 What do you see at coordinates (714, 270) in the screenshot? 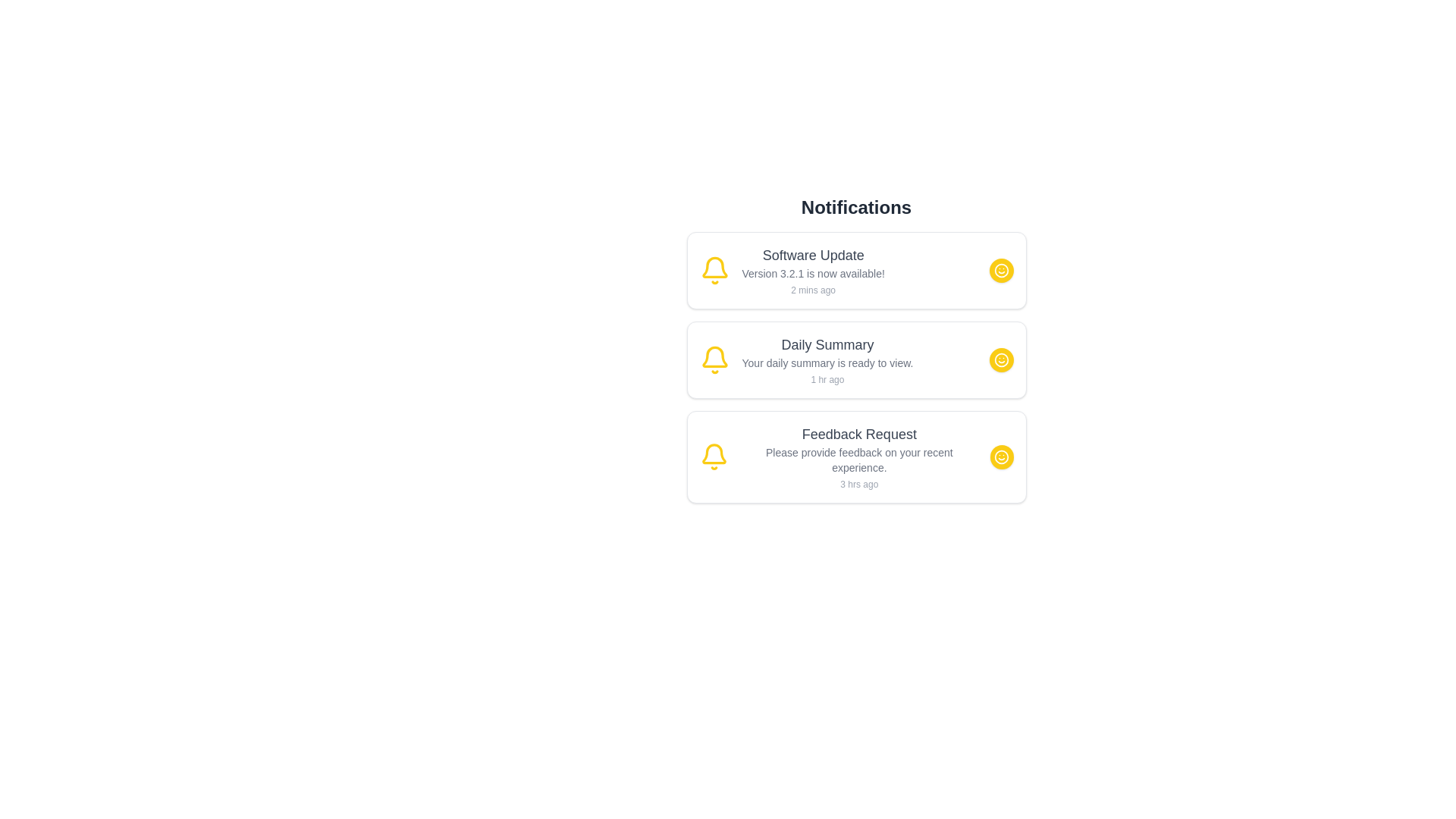
I see `the notification bell icon to focus on it` at bounding box center [714, 270].